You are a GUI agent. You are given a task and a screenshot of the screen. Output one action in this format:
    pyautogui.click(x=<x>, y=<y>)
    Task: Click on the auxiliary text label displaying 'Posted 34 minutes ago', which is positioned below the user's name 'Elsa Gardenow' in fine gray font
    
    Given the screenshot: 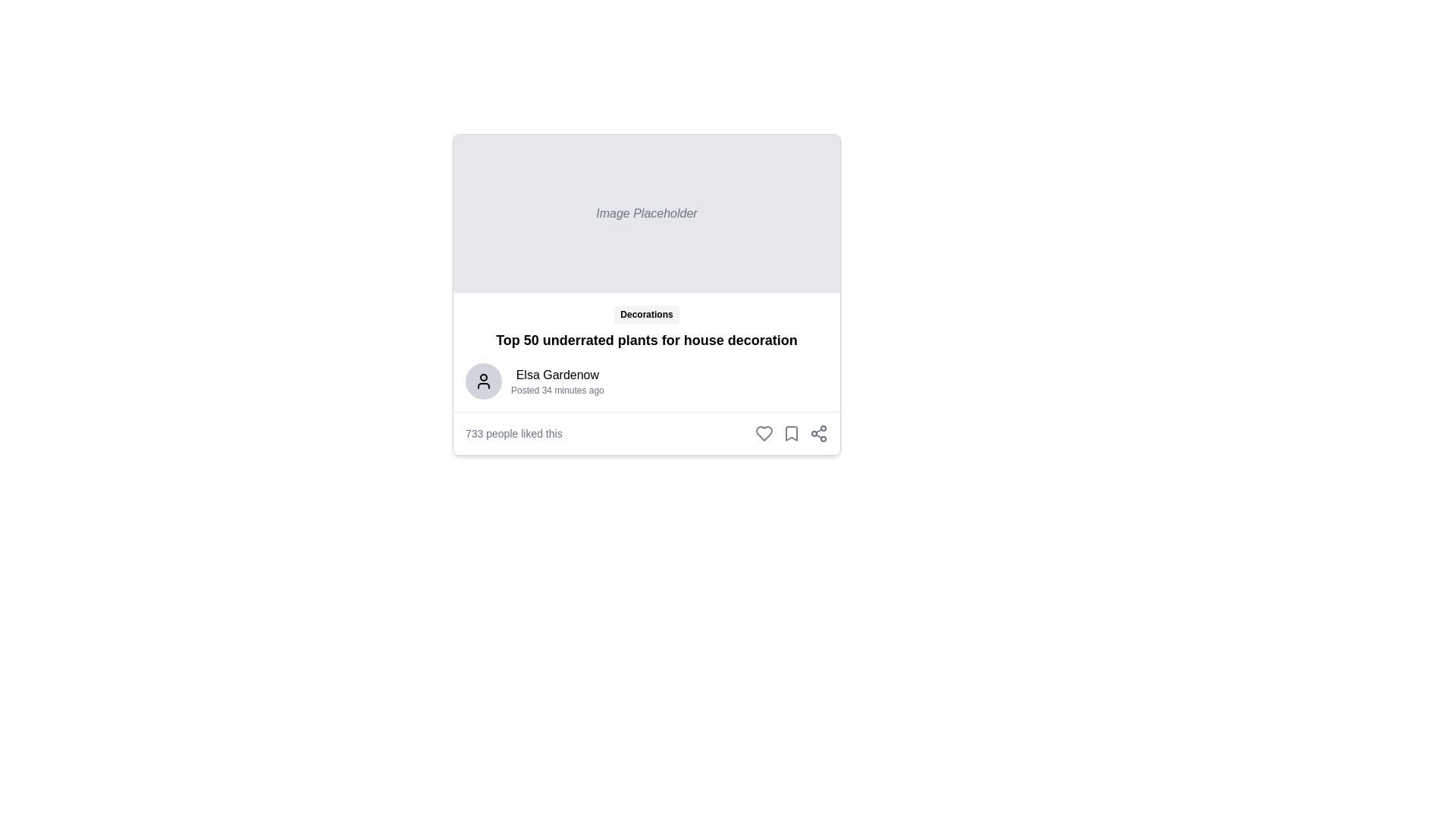 What is the action you would take?
    pyautogui.click(x=557, y=390)
    